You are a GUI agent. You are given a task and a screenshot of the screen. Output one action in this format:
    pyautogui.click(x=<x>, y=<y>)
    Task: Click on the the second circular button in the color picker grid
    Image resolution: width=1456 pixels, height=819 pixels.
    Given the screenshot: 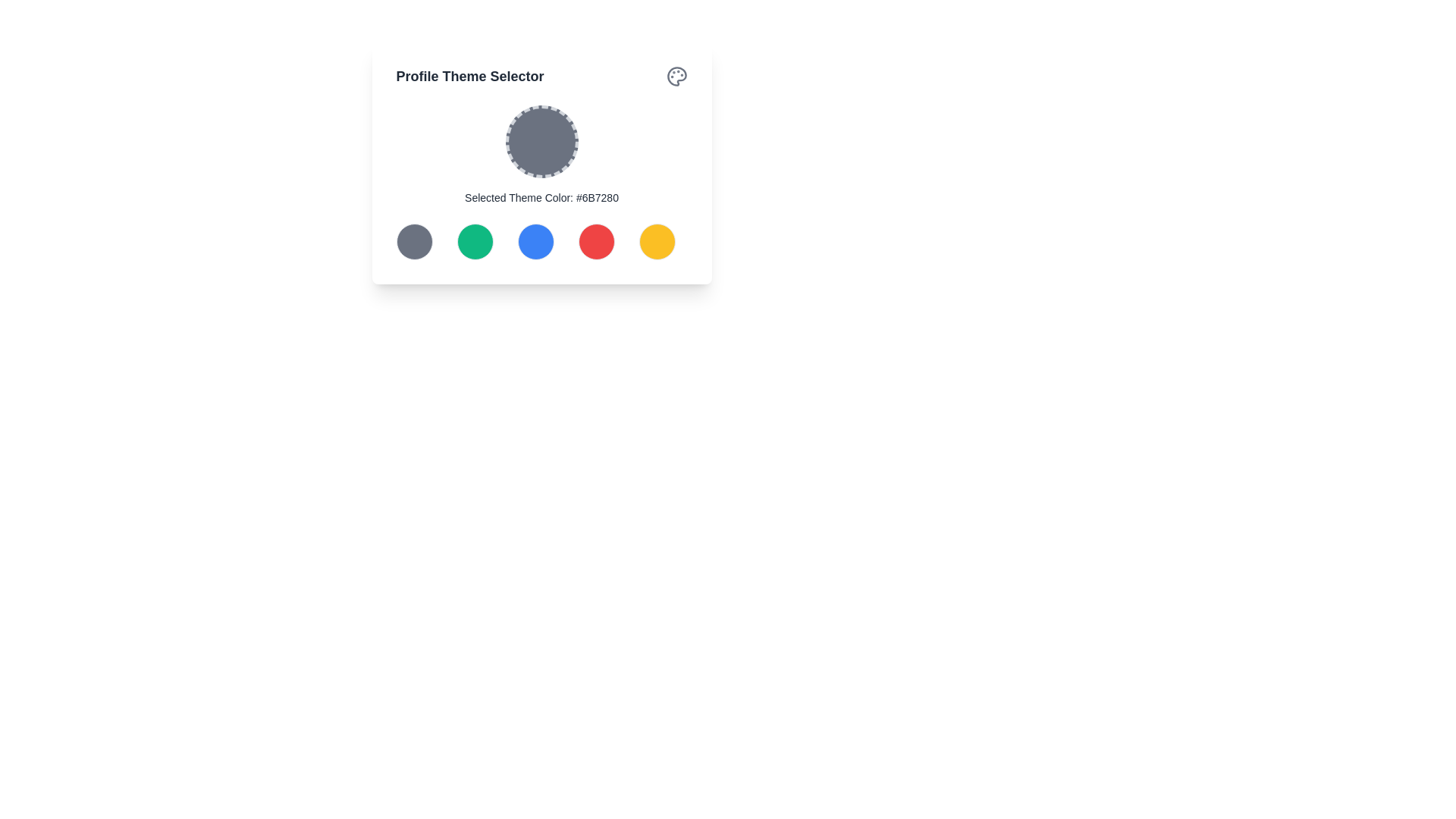 What is the action you would take?
    pyautogui.click(x=474, y=241)
    